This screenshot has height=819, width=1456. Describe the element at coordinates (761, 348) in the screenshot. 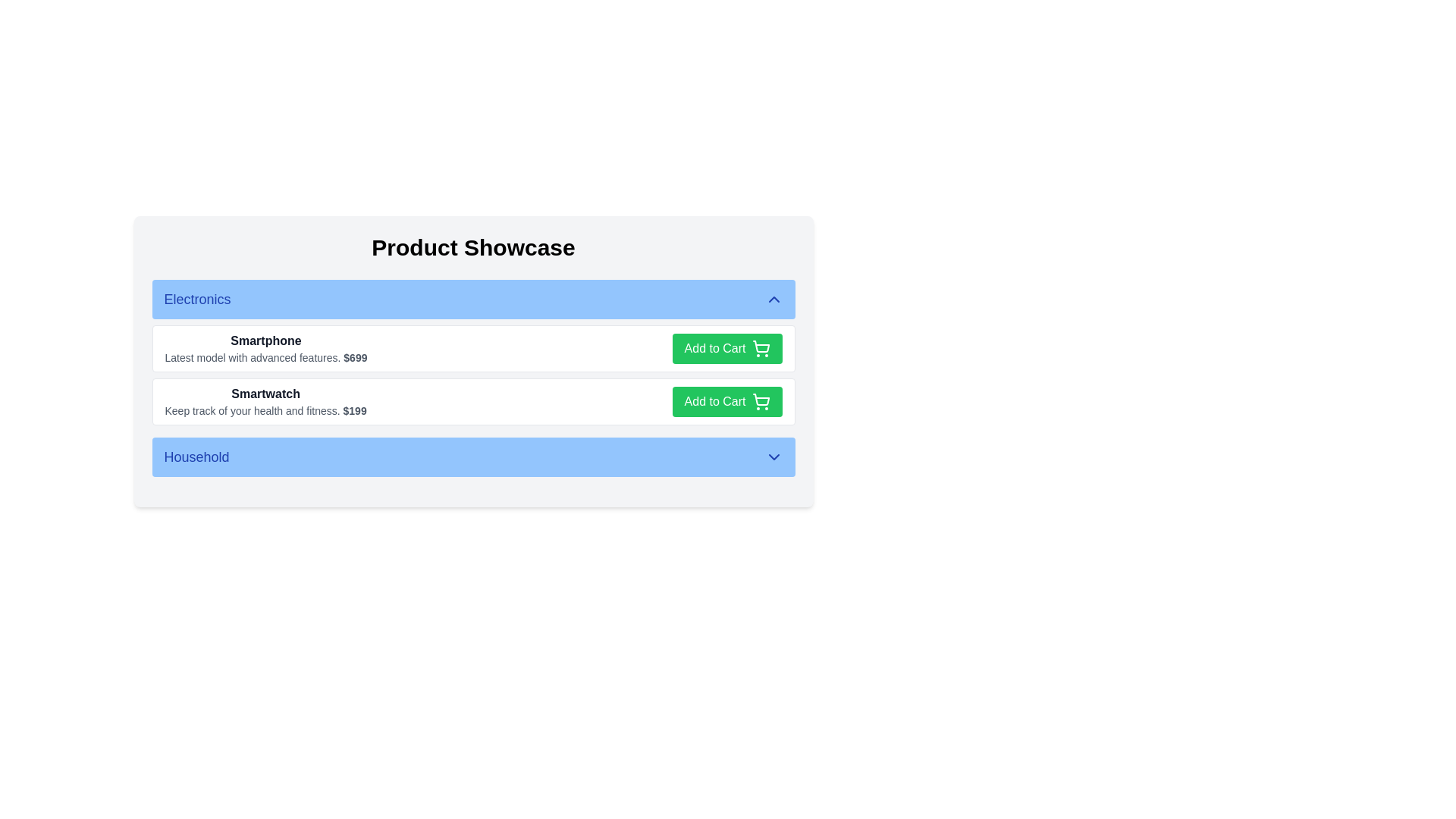

I see `the 'Add to Cart' button which contains a shopping cart icon, visually indicating the action to add items to the cart` at that location.